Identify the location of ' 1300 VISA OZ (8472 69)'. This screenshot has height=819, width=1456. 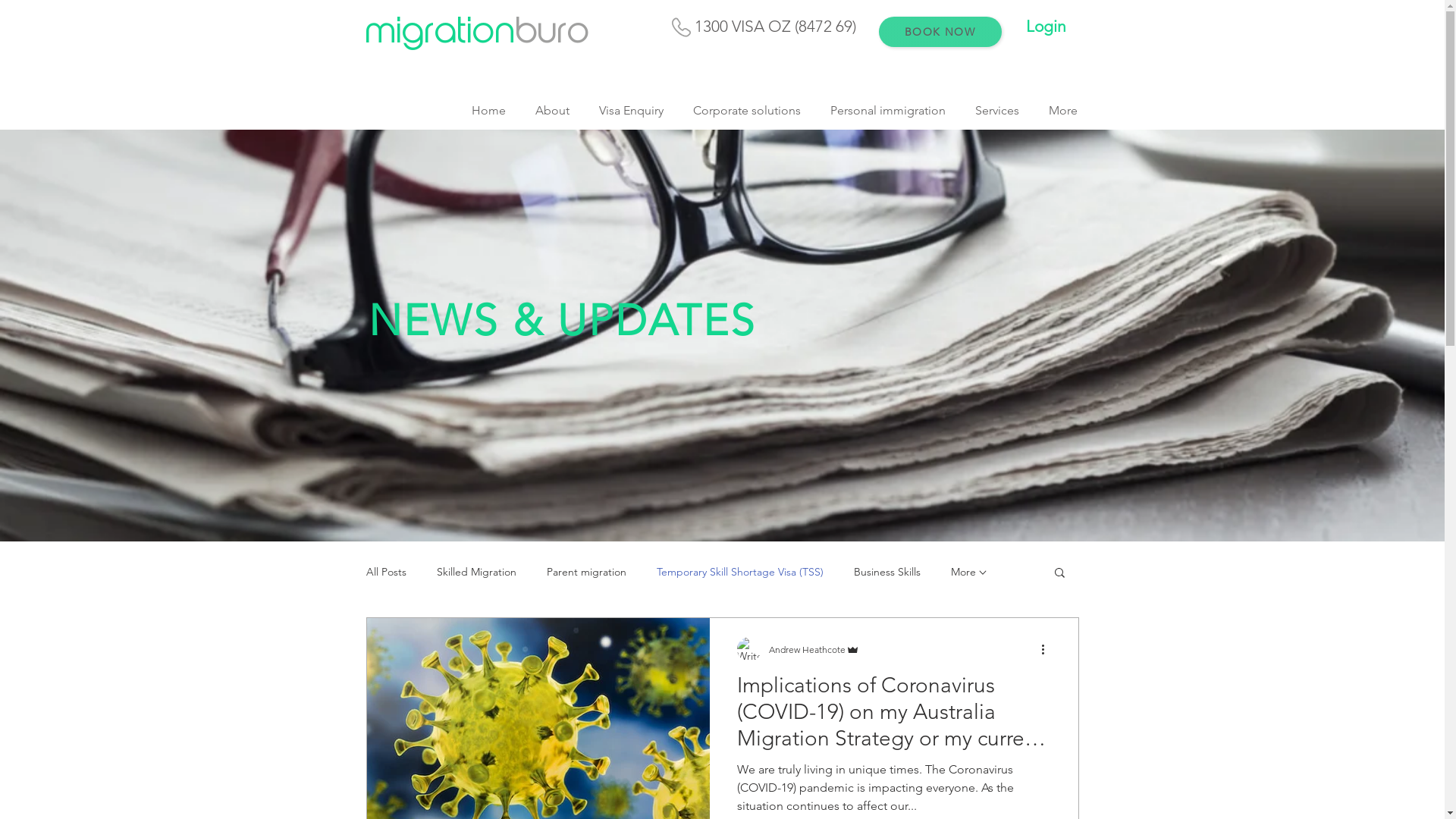
(772, 26).